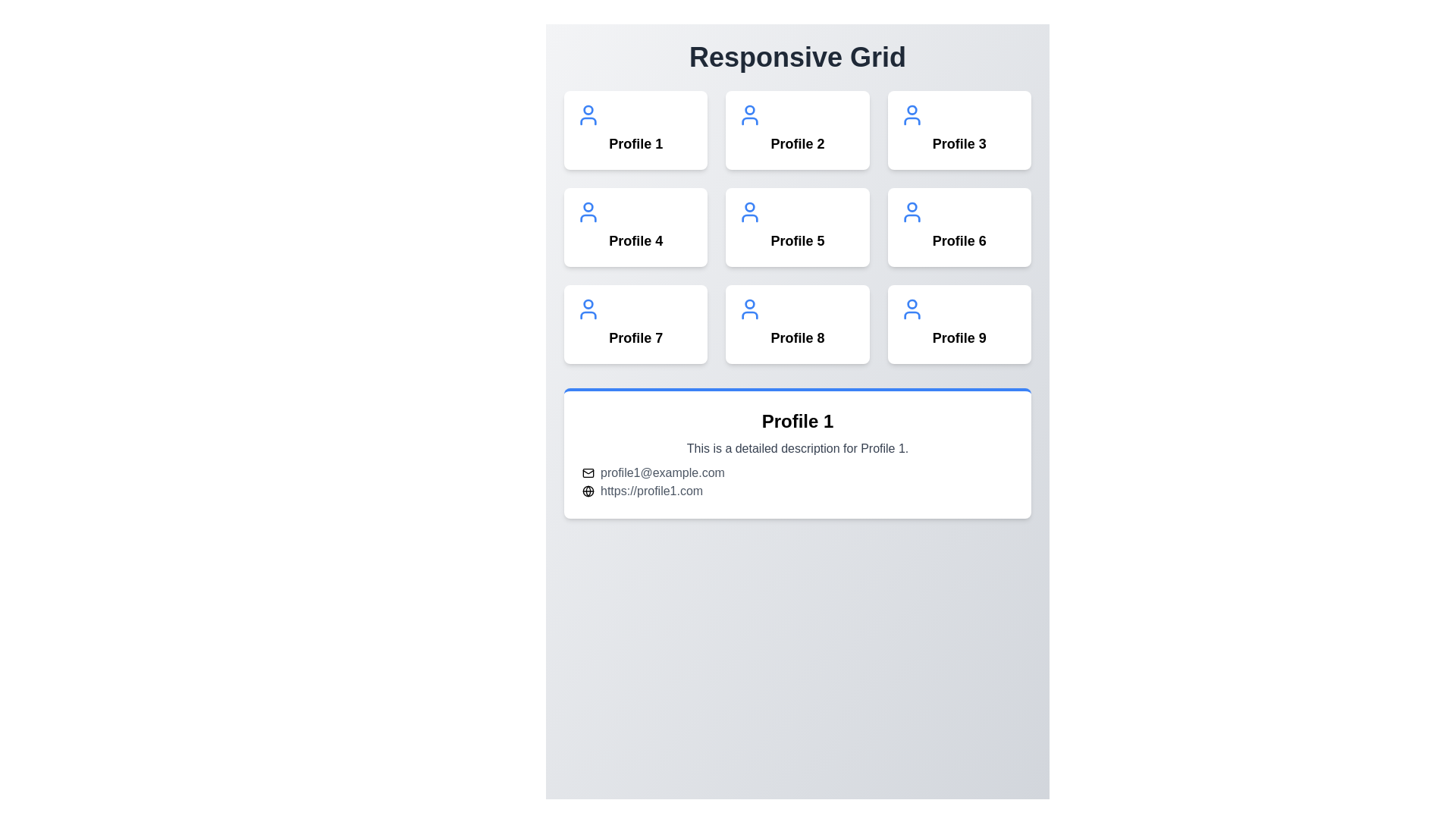 The image size is (1456, 819). What do you see at coordinates (959, 240) in the screenshot?
I see `text from the title label of the profile card located in the second row and second column of the grid layout` at bounding box center [959, 240].